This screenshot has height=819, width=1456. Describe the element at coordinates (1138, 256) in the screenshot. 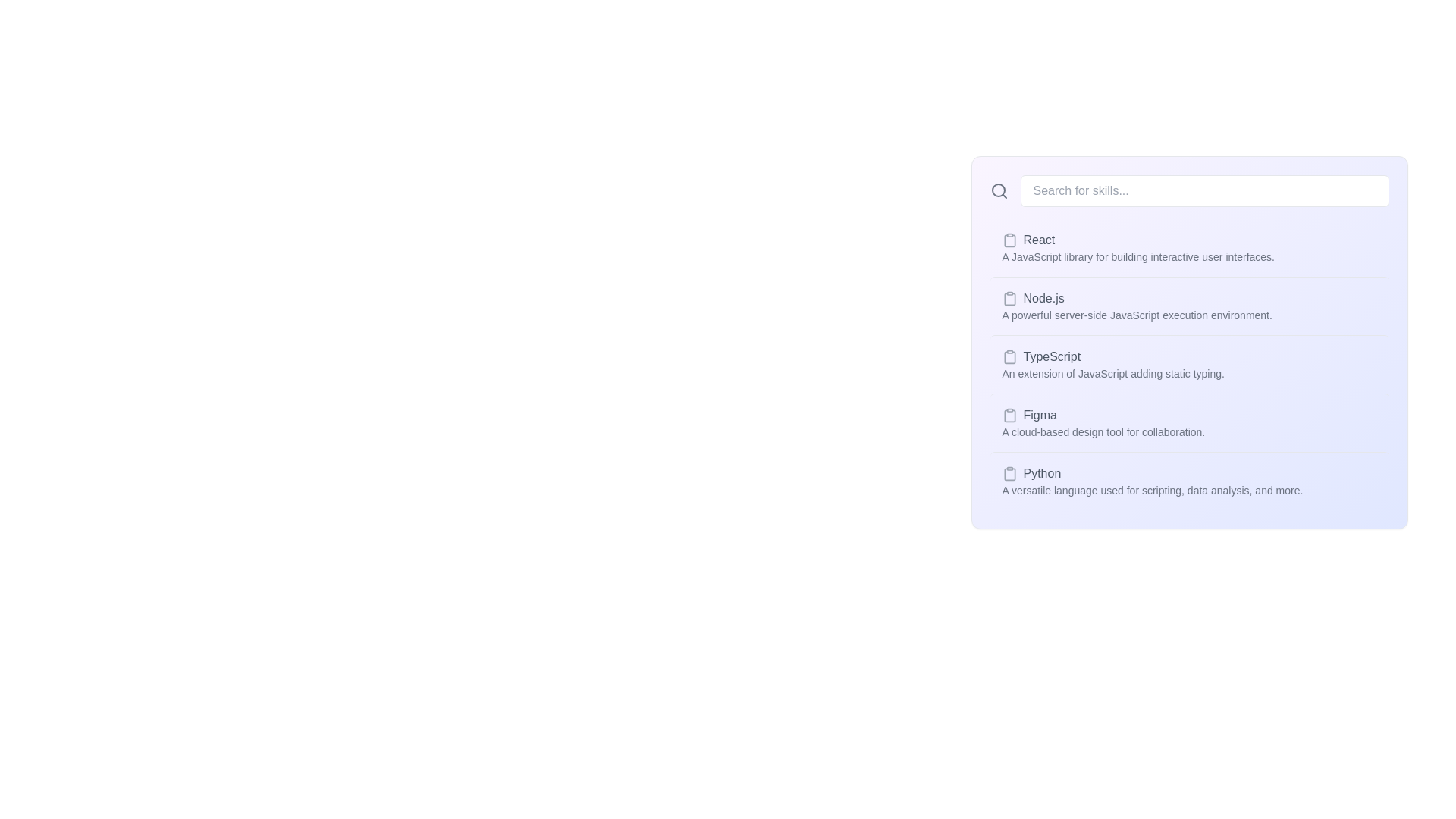

I see `the descriptive text reading 'A JavaScript library for building interactive user interfaces.' which is styled with a smaller text size and light gray color, located below the title 'React'` at that location.